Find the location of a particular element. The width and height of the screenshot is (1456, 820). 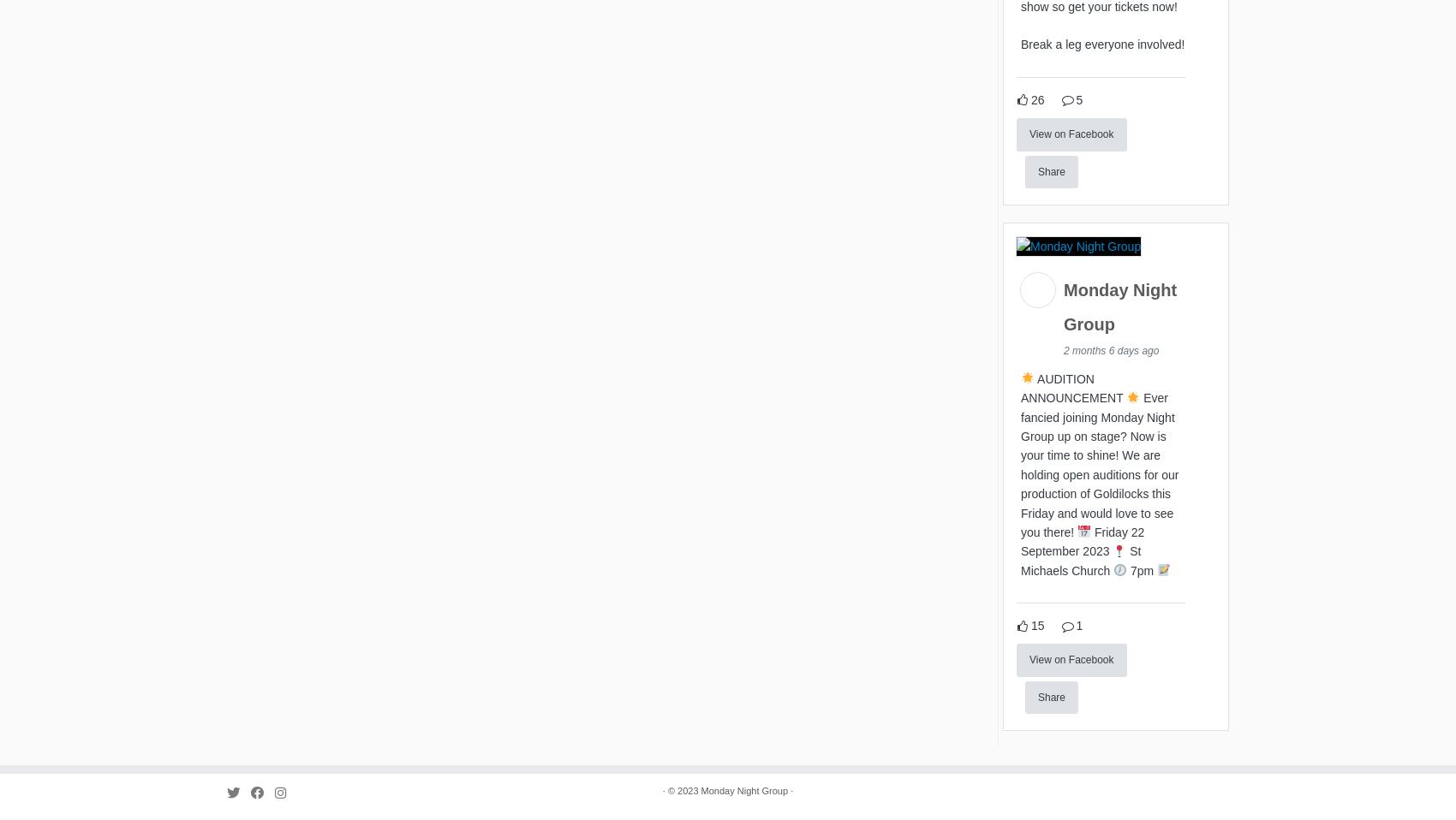

'St Michaels Church' is located at coordinates (1020, 563).